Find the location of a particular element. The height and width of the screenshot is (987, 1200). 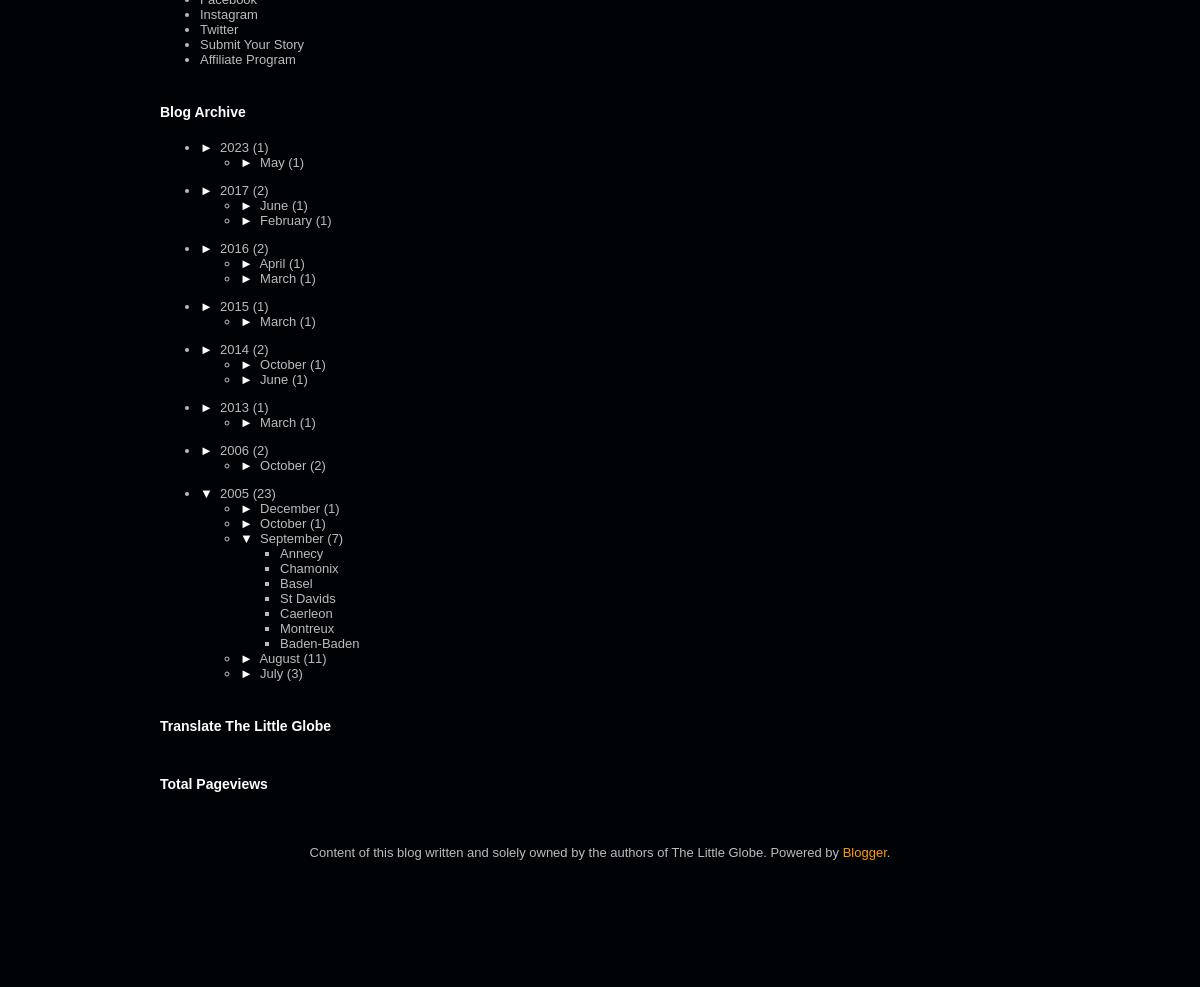

'February' is located at coordinates (259, 219).